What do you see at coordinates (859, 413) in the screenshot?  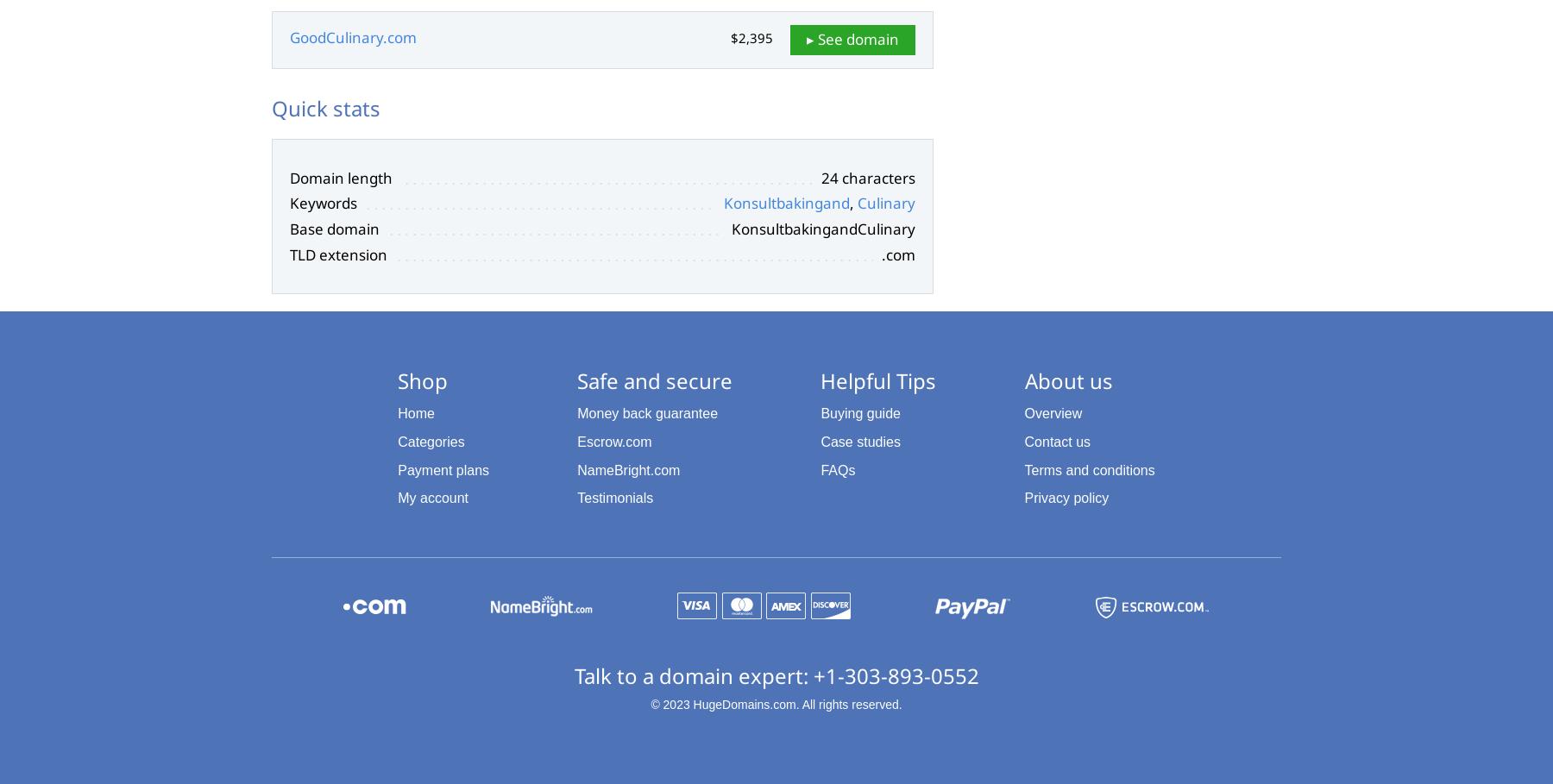 I see `'Buying guide'` at bounding box center [859, 413].